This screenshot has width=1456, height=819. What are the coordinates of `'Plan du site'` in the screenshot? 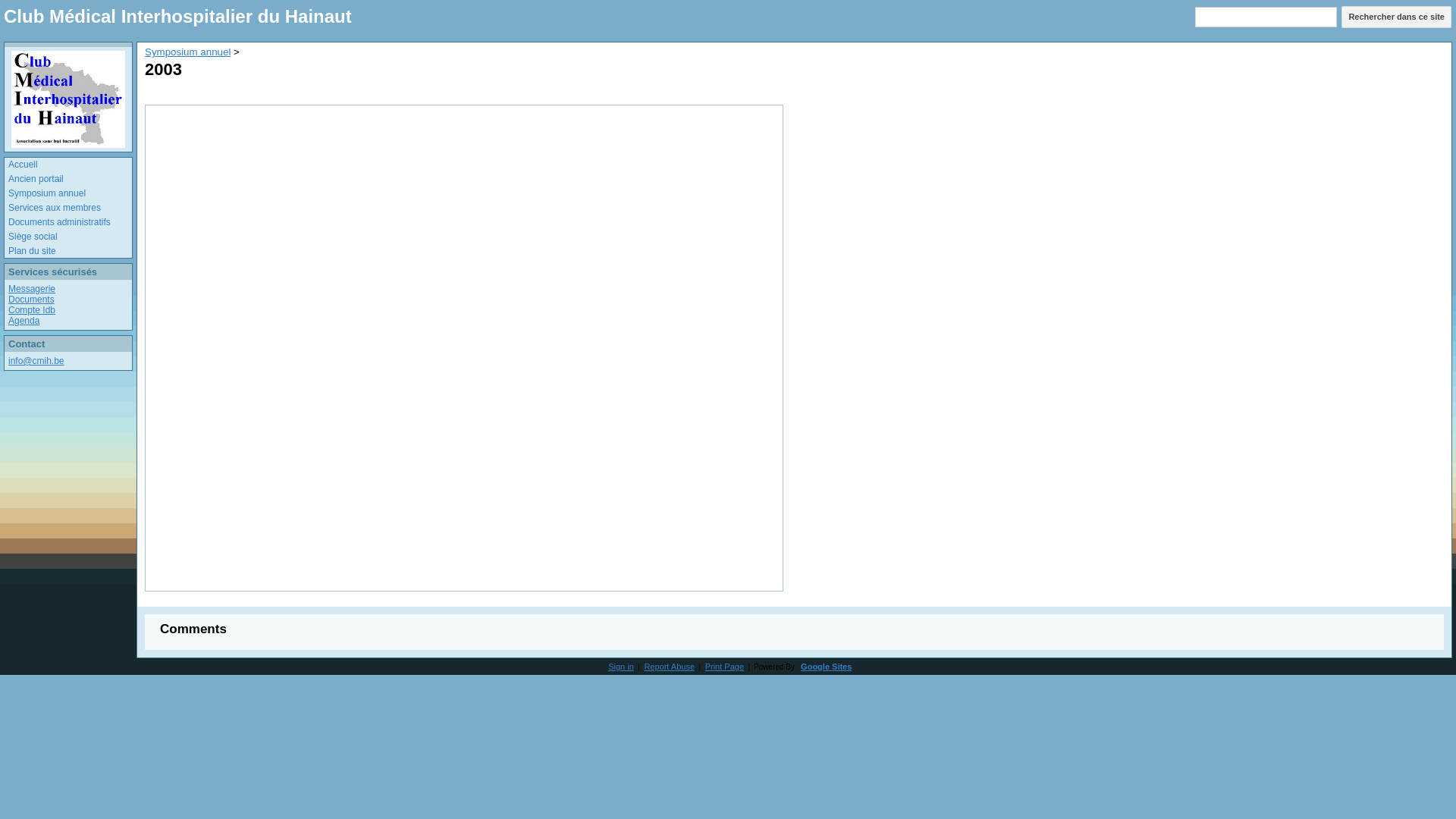 It's located at (69, 250).